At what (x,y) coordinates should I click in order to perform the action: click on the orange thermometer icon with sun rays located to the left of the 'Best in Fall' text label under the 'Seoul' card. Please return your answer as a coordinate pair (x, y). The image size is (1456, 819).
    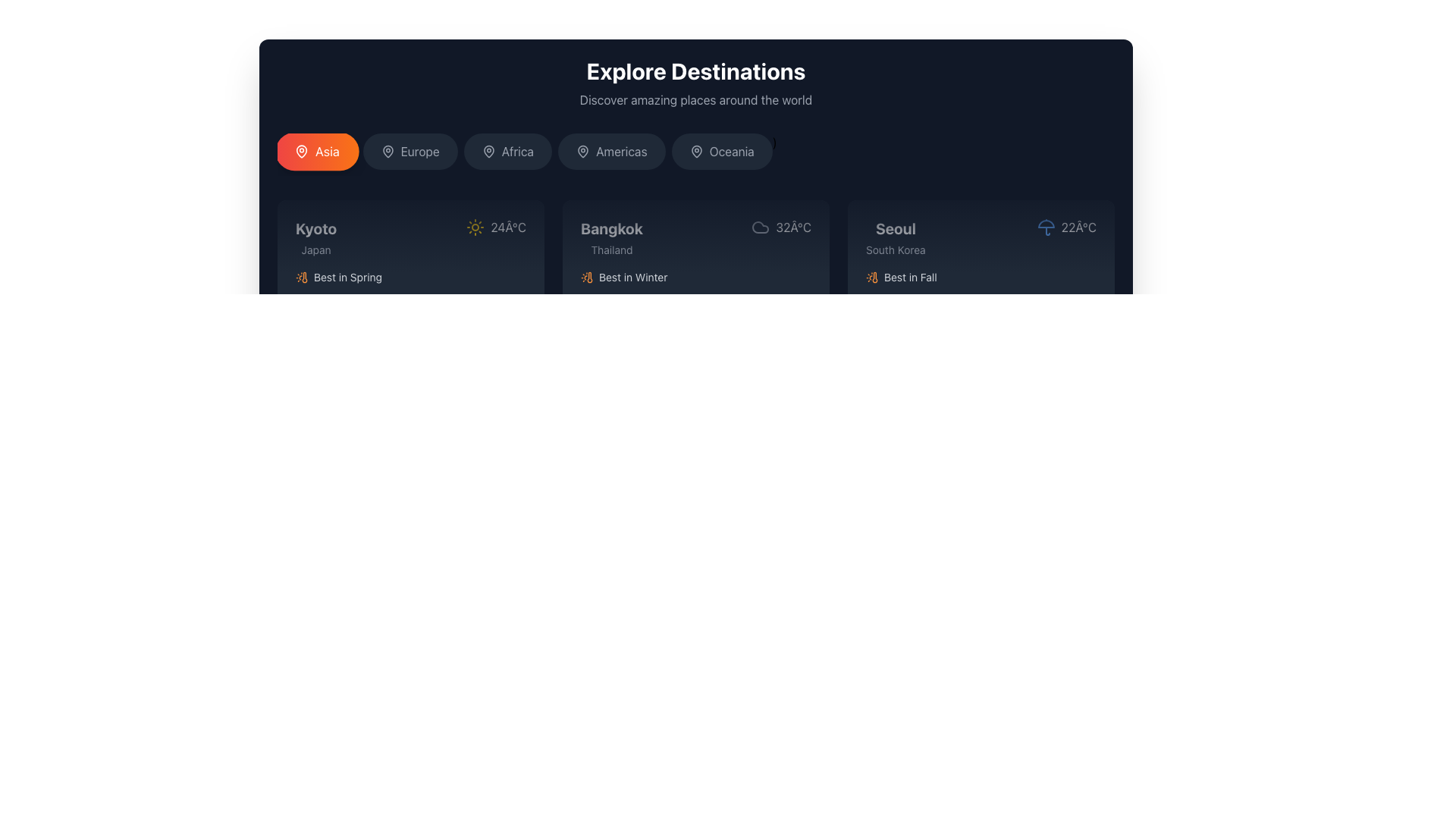
    Looking at the image, I should click on (872, 278).